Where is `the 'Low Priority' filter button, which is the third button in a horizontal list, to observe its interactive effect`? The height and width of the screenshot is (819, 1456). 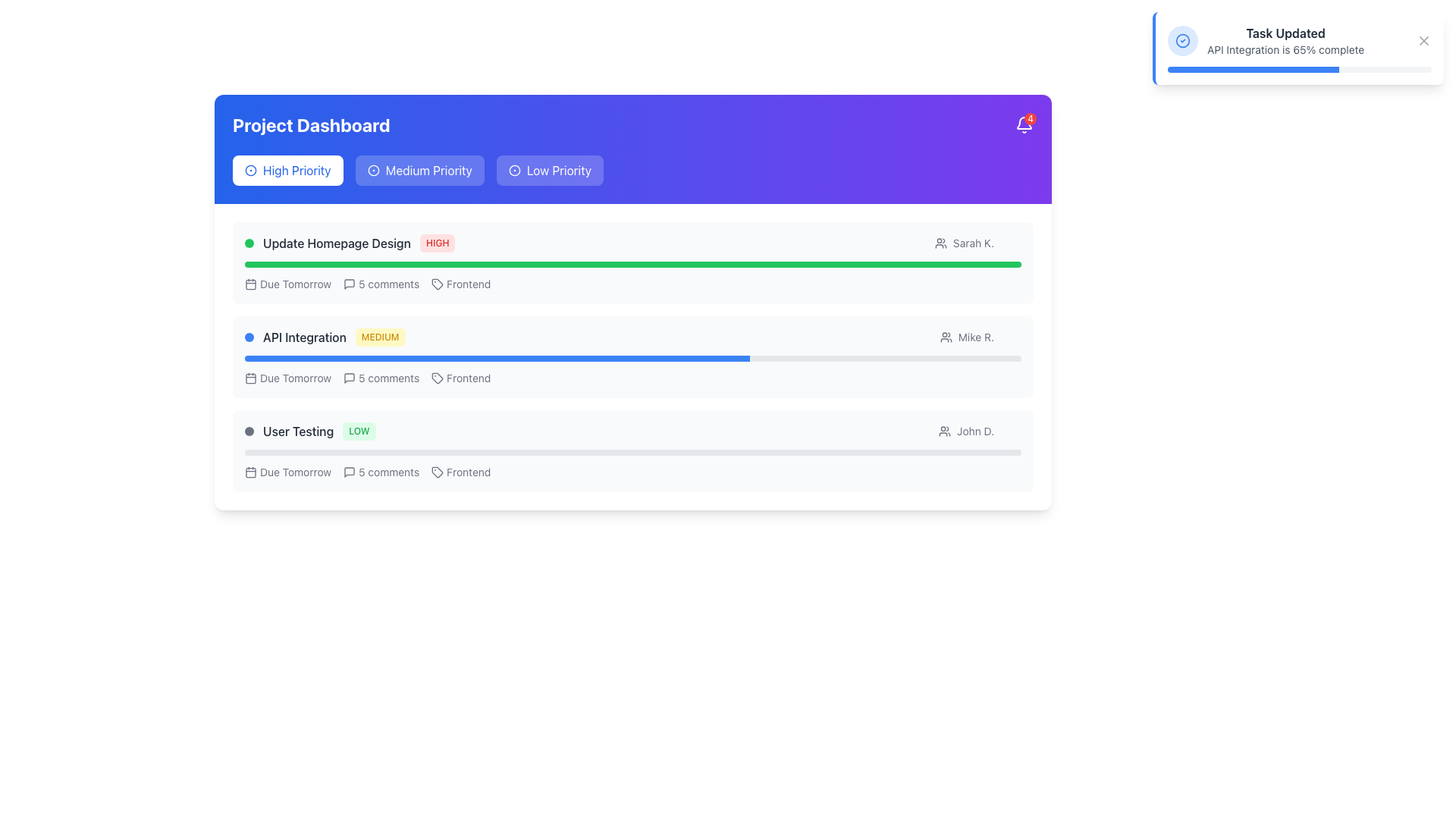
the 'Low Priority' filter button, which is the third button in a horizontal list, to observe its interactive effect is located at coordinates (549, 170).